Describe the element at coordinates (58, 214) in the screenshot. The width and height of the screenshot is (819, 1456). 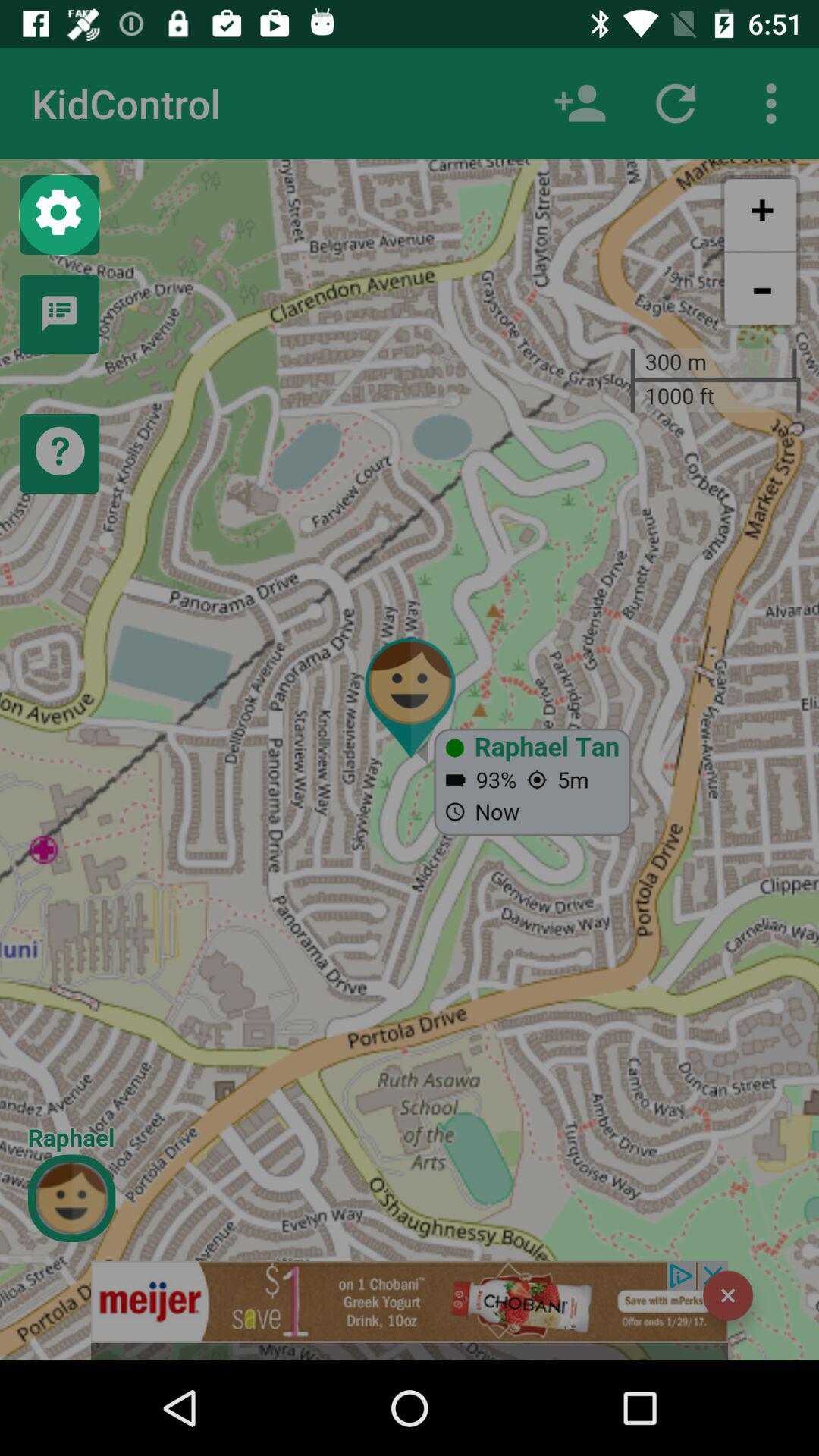
I see `the settings icon` at that location.